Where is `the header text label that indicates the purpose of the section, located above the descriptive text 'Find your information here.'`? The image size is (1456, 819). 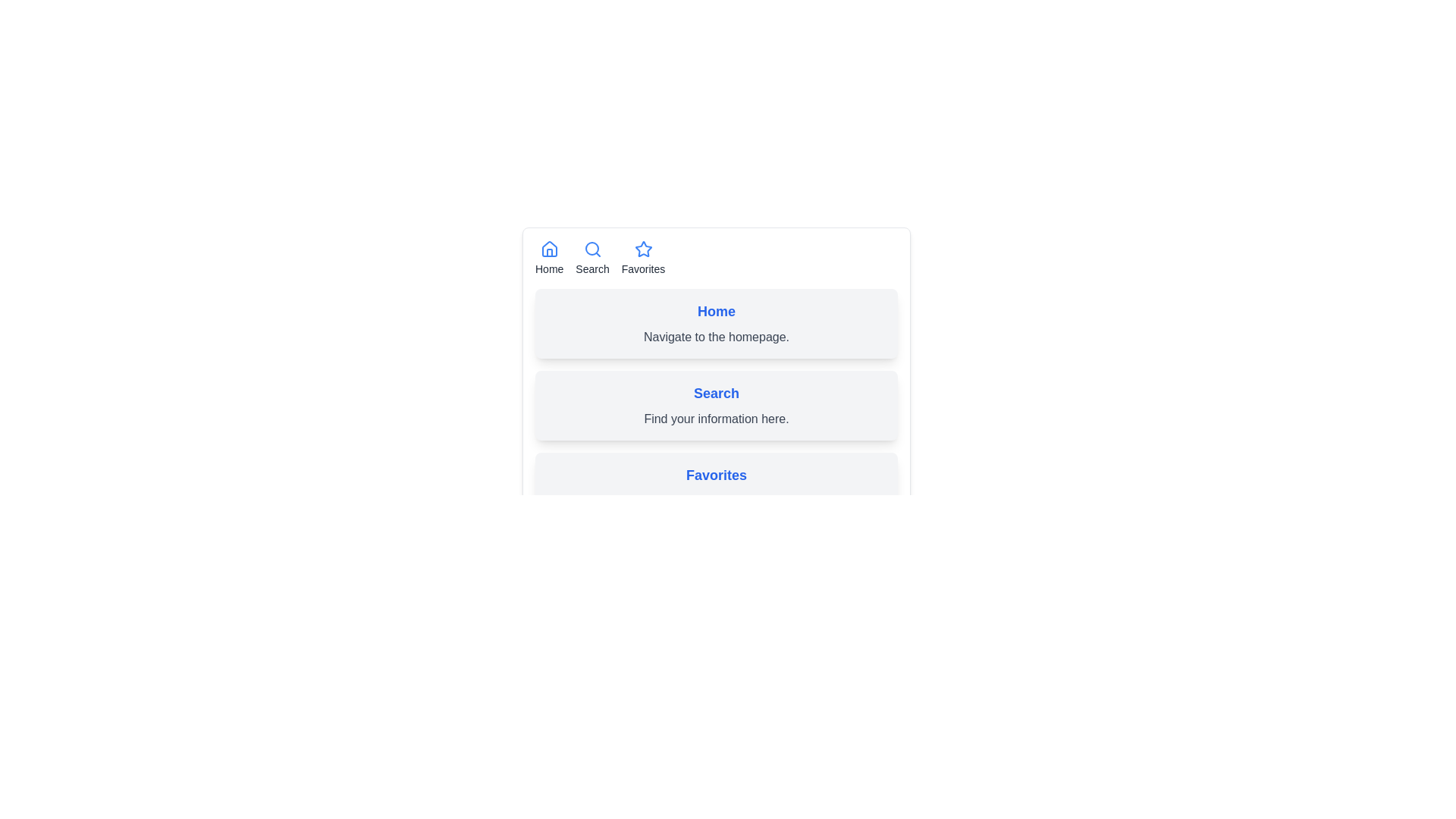 the header text label that indicates the purpose of the section, located above the descriptive text 'Find your information here.' is located at coordinates (716, 393).